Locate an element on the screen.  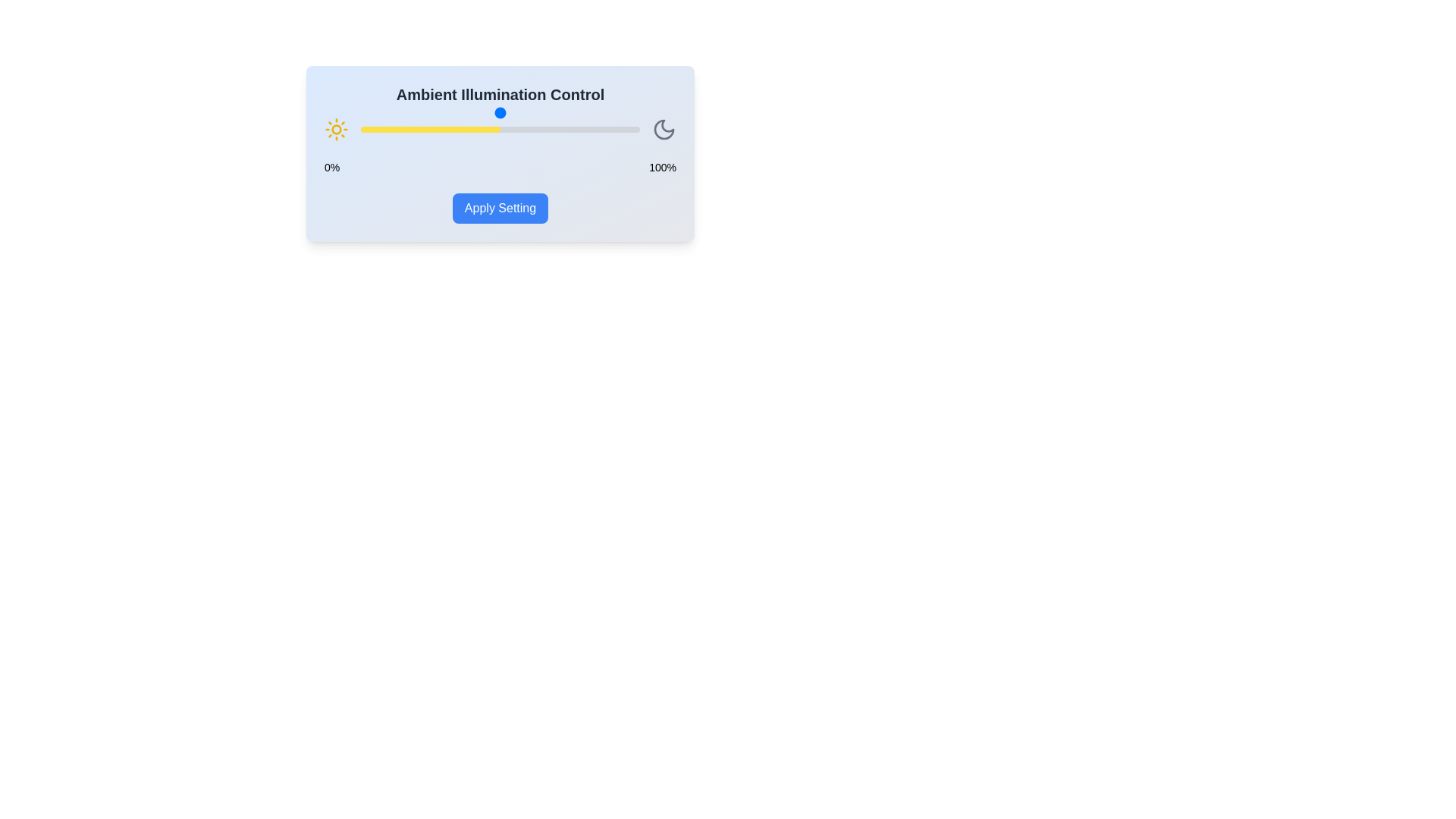
the slider to set the illumination level to 36% is located at coordinates (460, 128).